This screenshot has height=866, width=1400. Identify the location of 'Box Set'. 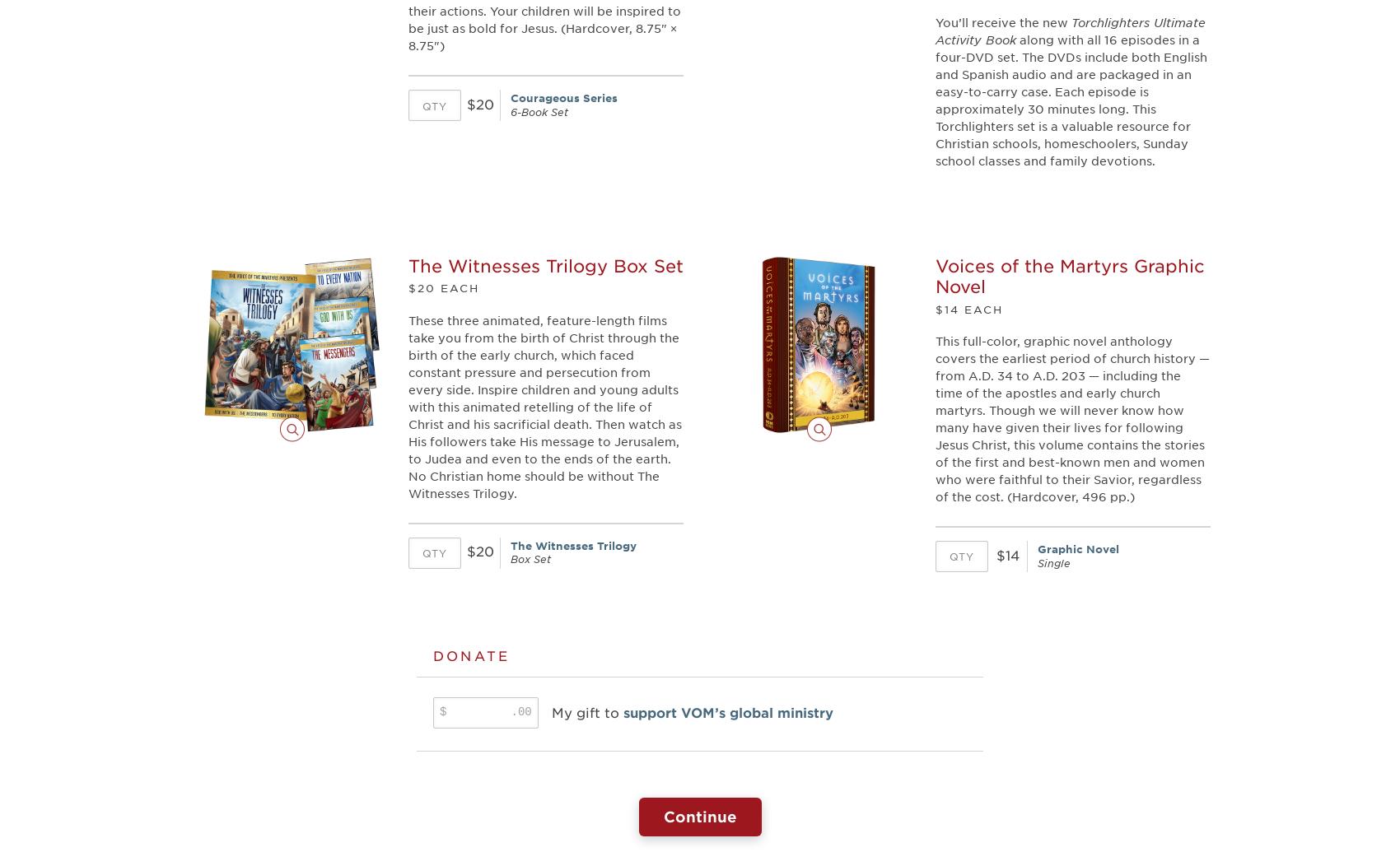
(530, 558).